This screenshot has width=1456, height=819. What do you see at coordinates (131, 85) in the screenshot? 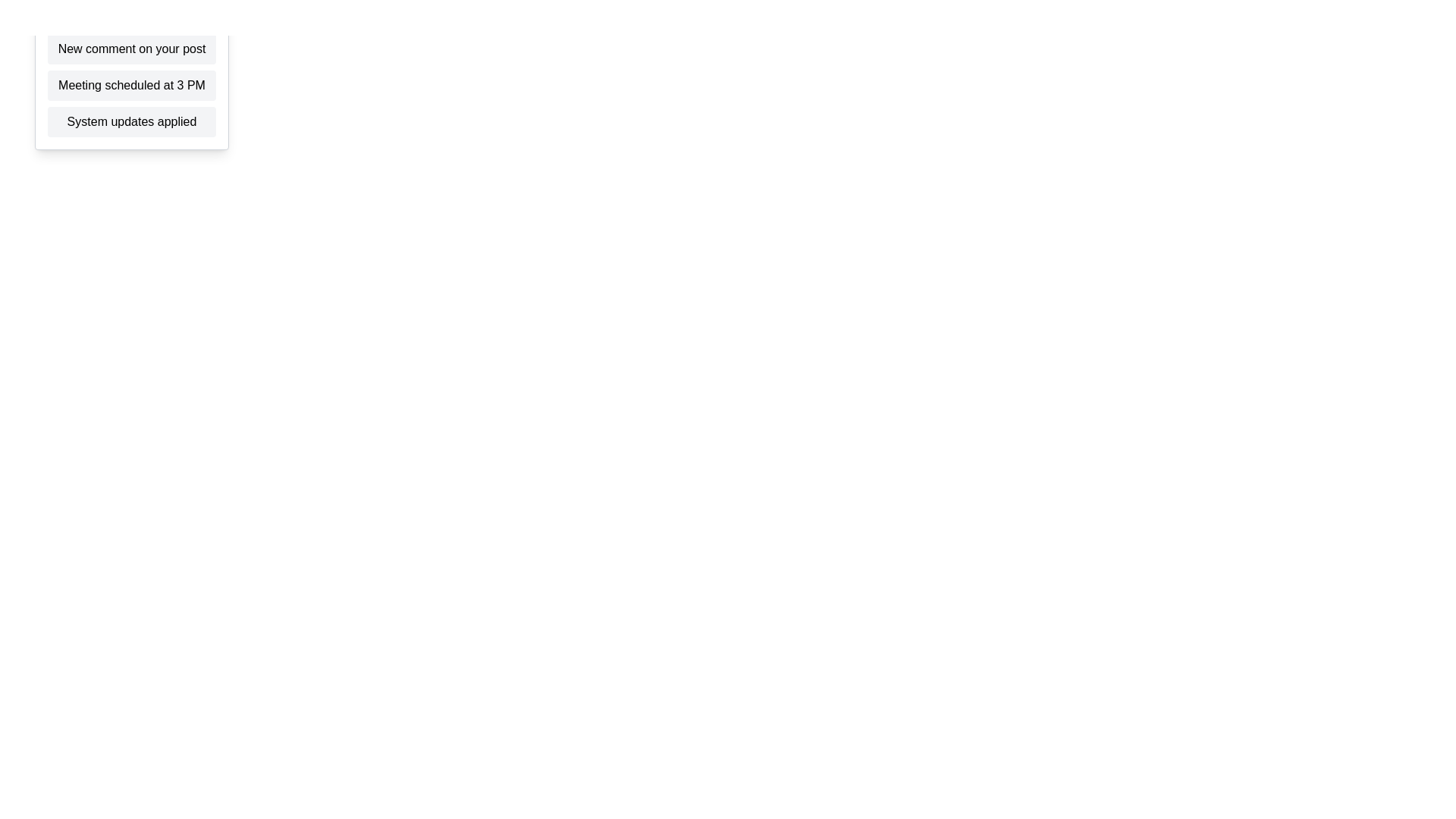
I see `notification text from the second notification item in the Notification List, which is located below the title 'Notifications.'` at bounding box center [131, 85].